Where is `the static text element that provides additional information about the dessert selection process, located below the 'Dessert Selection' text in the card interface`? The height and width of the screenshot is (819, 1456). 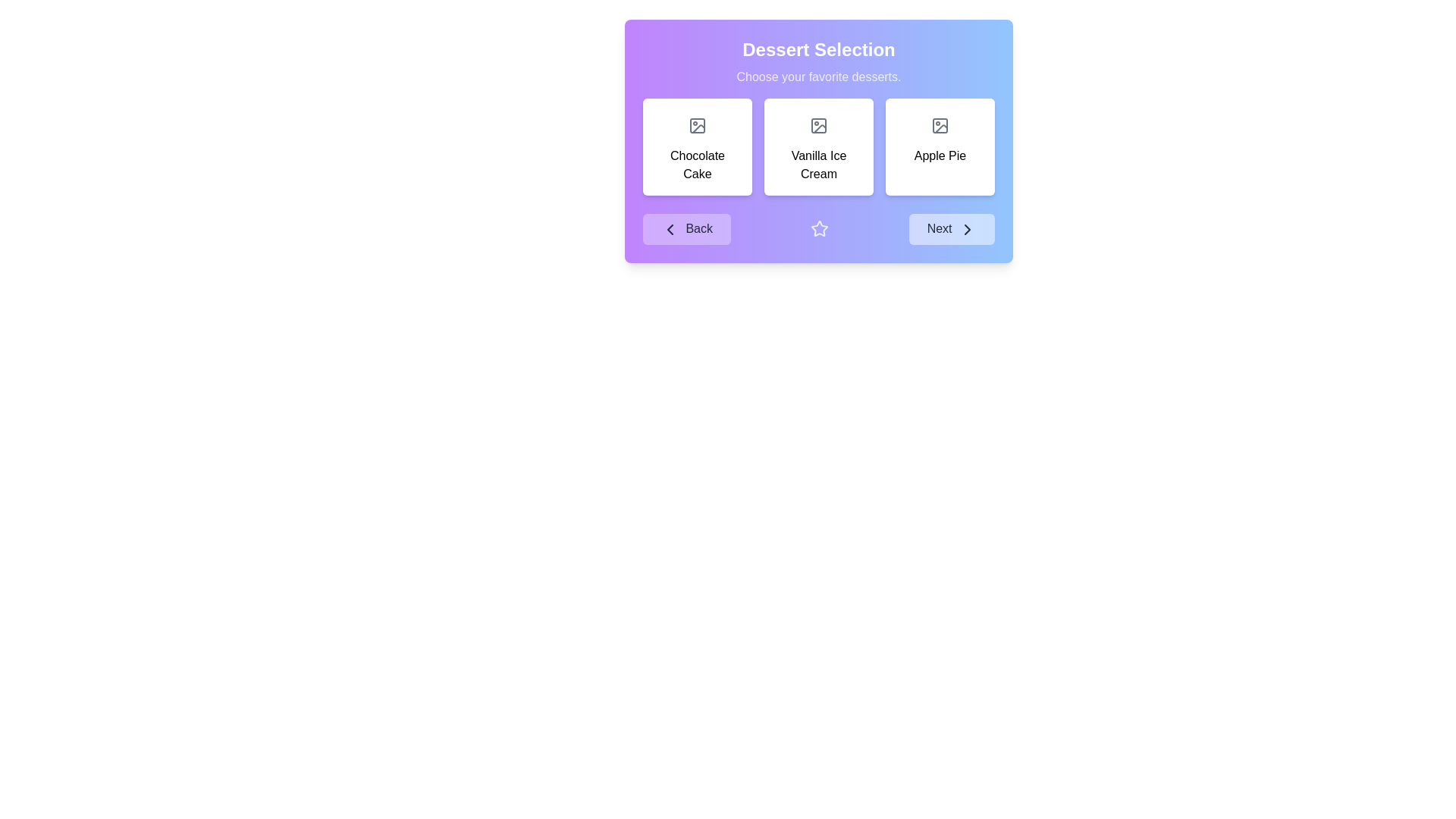 the static text element that provides additional information about the dessert selection process, located below the 'Dessert Selection' text in the card interface is located at coordinates (818, 77).